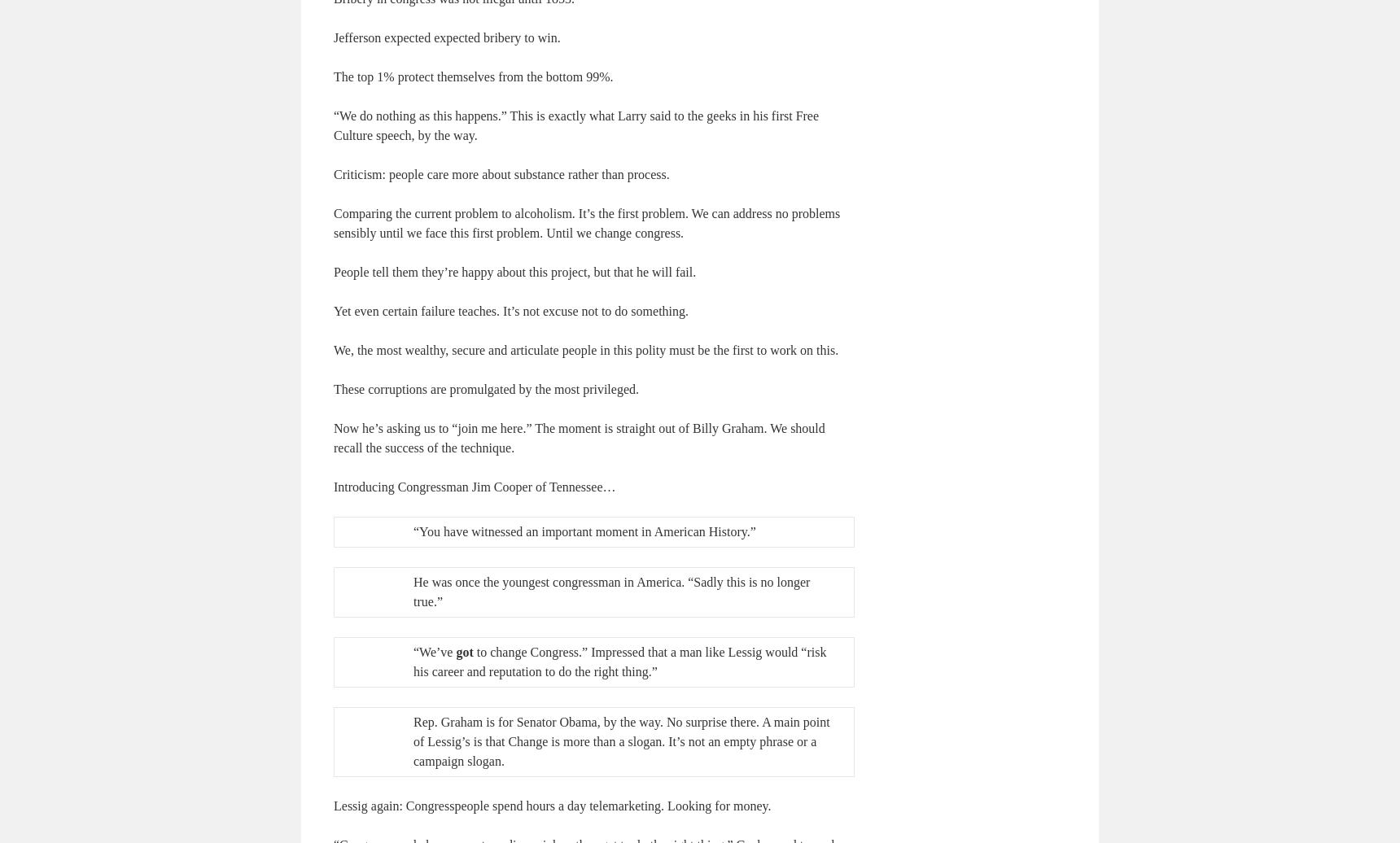  I want to click on 'Criticism: people care more about substance rather than process.', so click(334, 173).